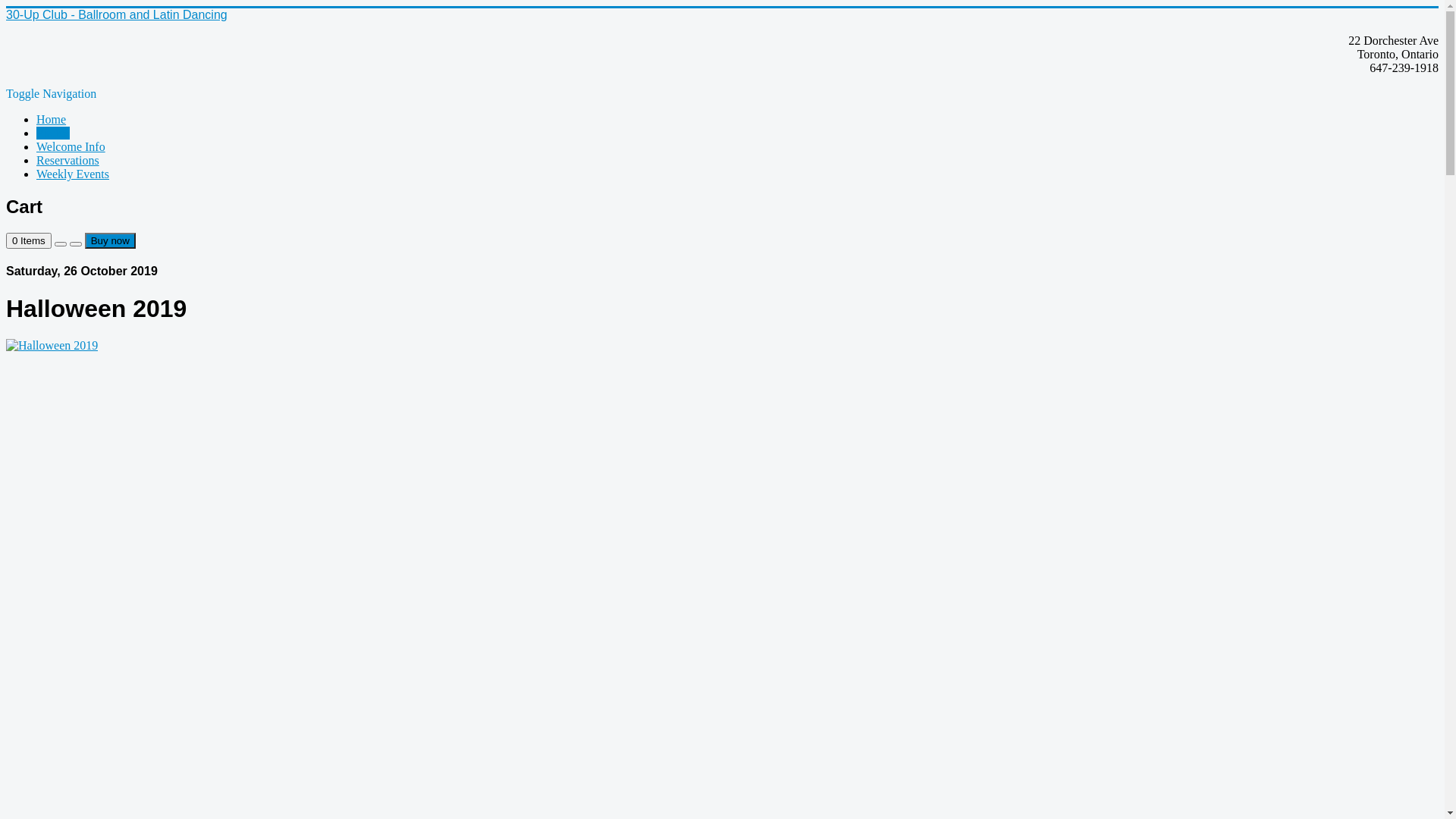  What do you see at coordinates (29, 240) in the screenshot?
I see `'0 Items'` at bounding box center [29, 240].